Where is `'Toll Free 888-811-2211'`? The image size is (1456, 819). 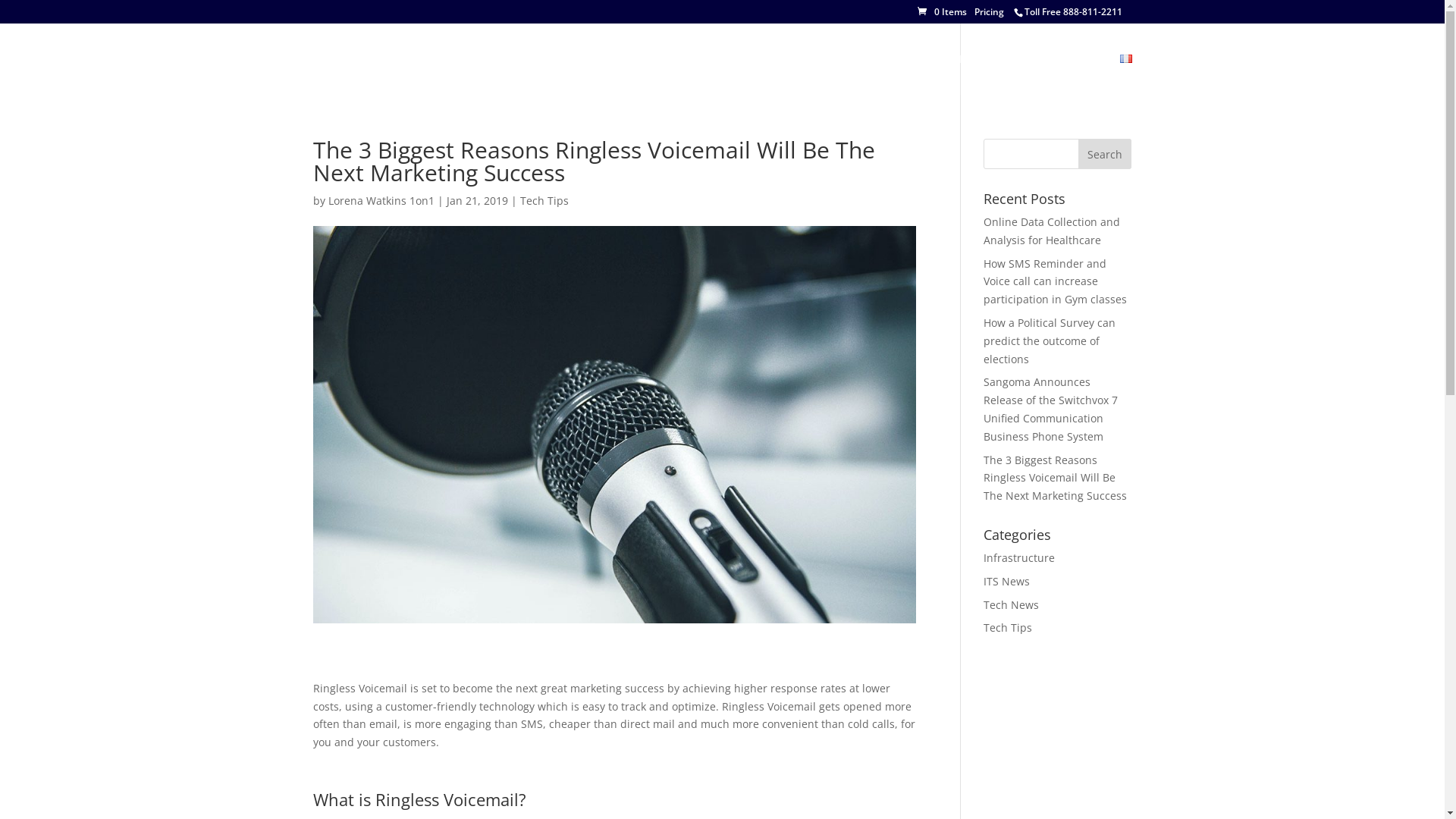 'Toll Free 888-811-2211' is located at coordinates (1072, 11).